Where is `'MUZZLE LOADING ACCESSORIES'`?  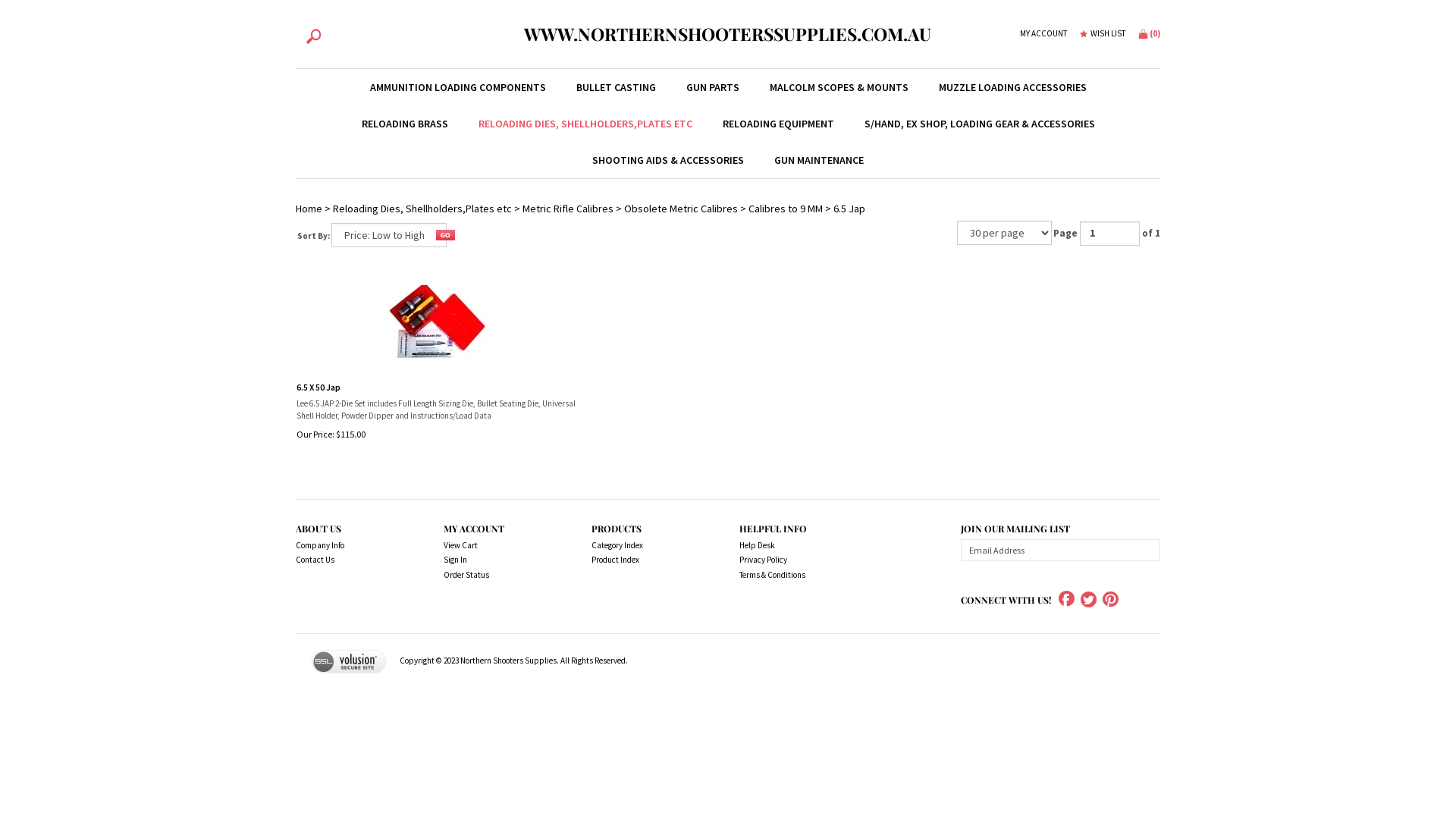 'MUZZLE LOADING ACCESSORIES' is located at coordinates (1012, 87).